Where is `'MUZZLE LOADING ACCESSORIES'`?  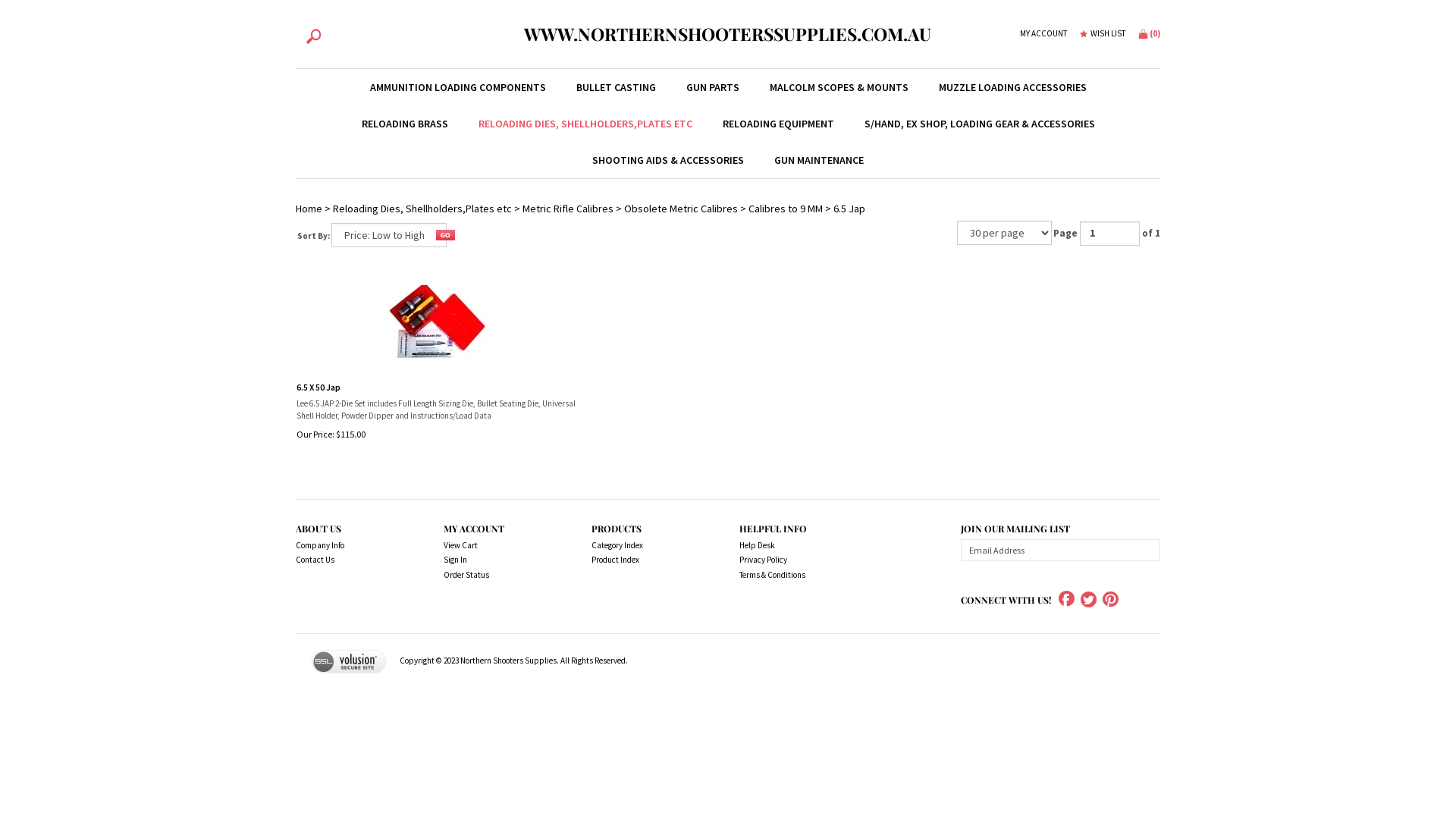 'MUZZLE LOADING ACCESSORIES' is located at coordinates (1012, 87).